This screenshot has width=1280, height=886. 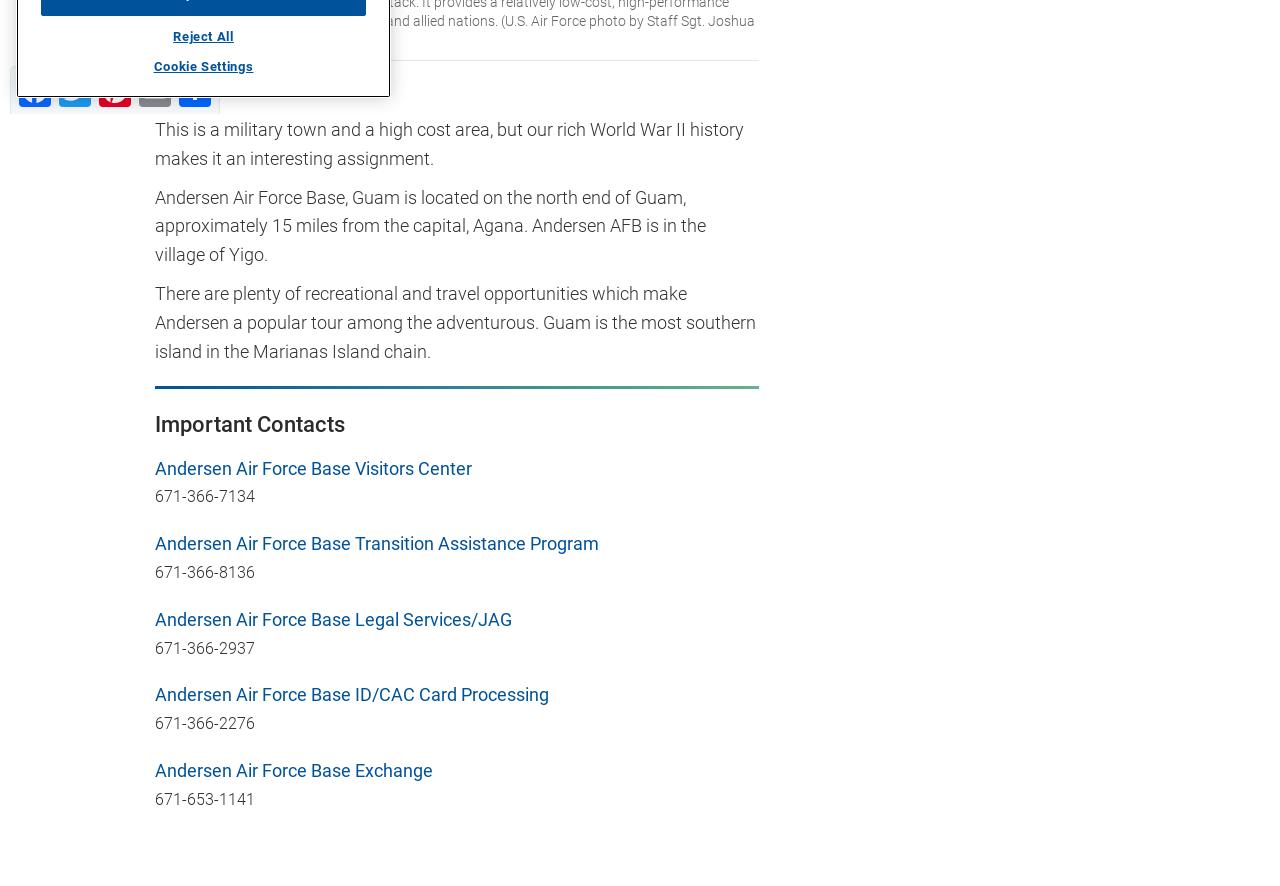 I want to click on 'There are plenty of recreational and travel opportunities which make Andersen a popular tour among the adventurous. Guam is the most southern island in the Marianas Island chain.', so click(x=454, y=320).